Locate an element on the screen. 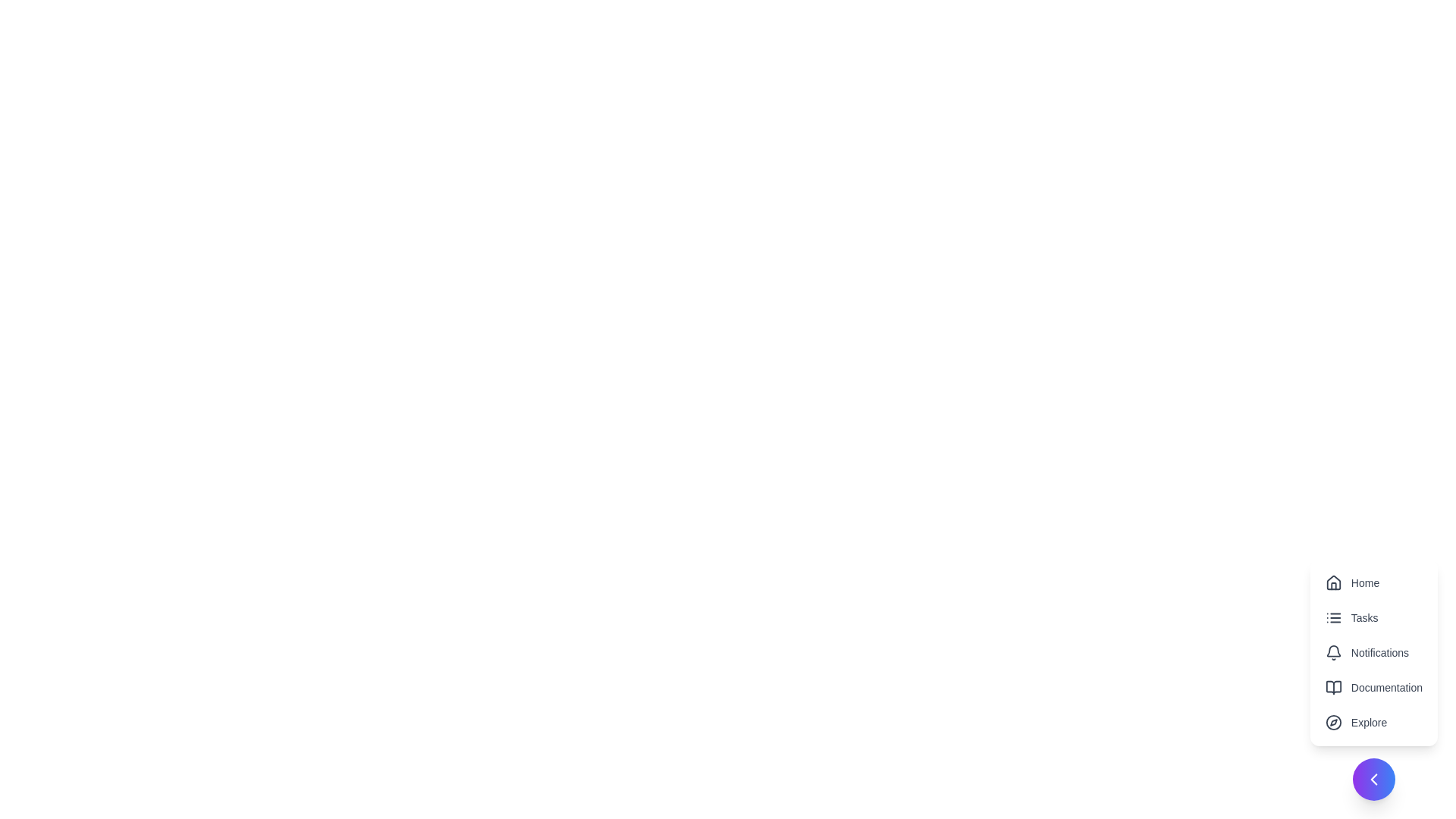  the menu item Explore from the speed dial options is located at coordinates (1373, 721).